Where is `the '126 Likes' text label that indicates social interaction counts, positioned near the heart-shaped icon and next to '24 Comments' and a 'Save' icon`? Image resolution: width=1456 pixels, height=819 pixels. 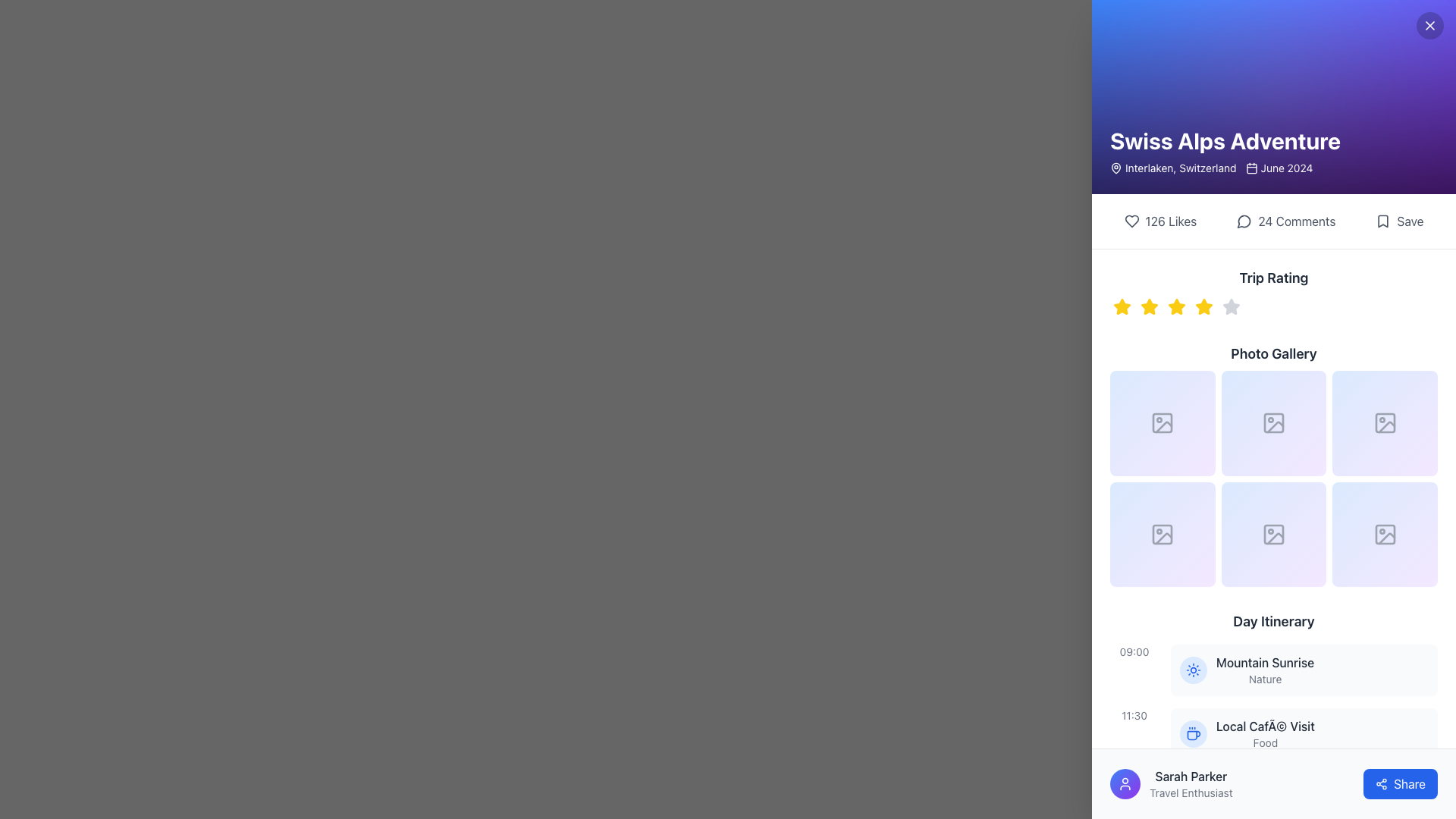
the '126 Likes' text label that indicates social interaction counts, positioned near the heart-shaped icon and next to '24 Comments' and a 'Save' icon is located at coordinates (1170, 221).